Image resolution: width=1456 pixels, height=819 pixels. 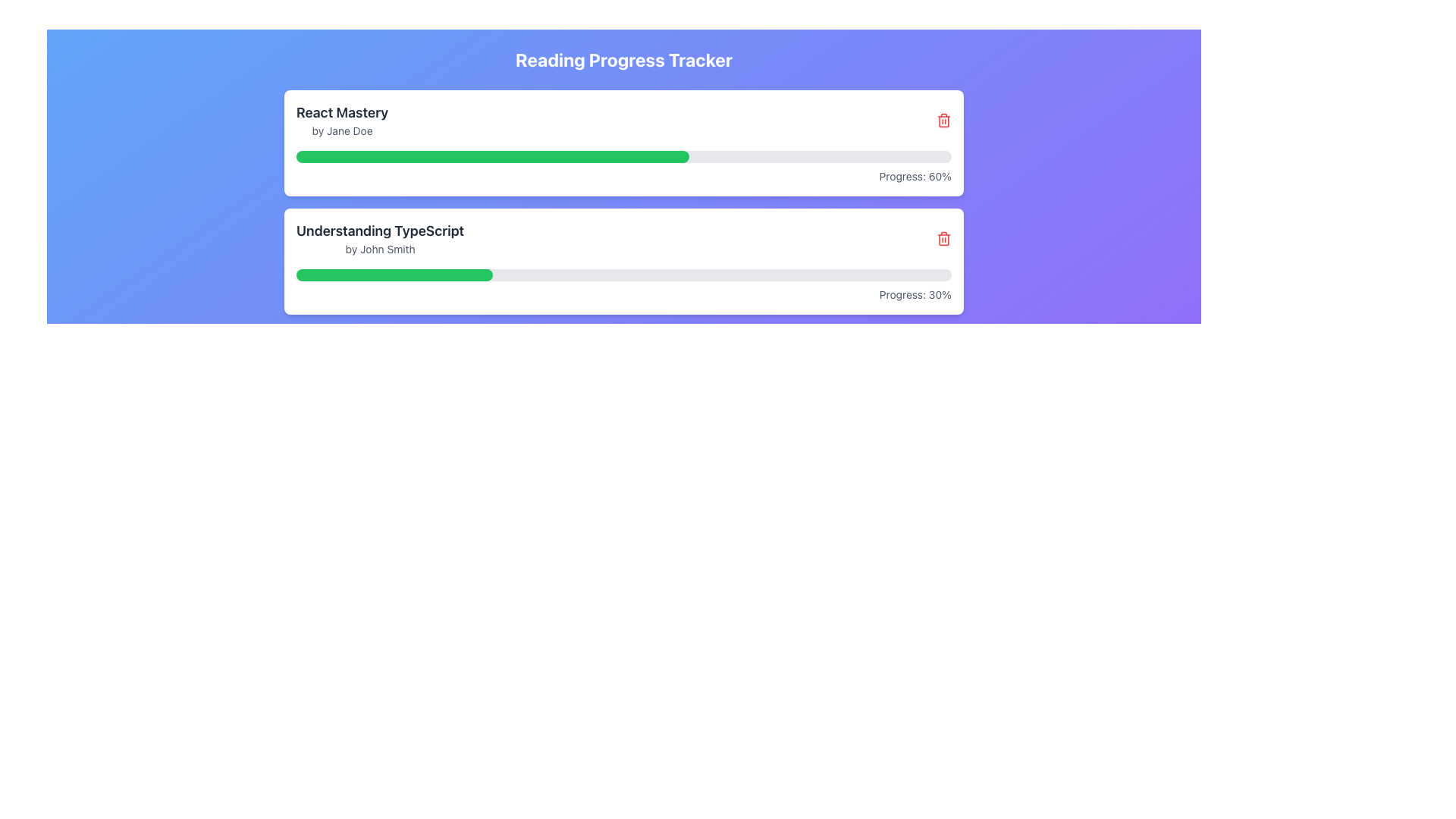 What do you see at coordinates (943, 239) in the screenshot?
I see `the delete button located at the top right corner of the course card for 'Understanding TypeScript'` at bounding box center [943, 239].